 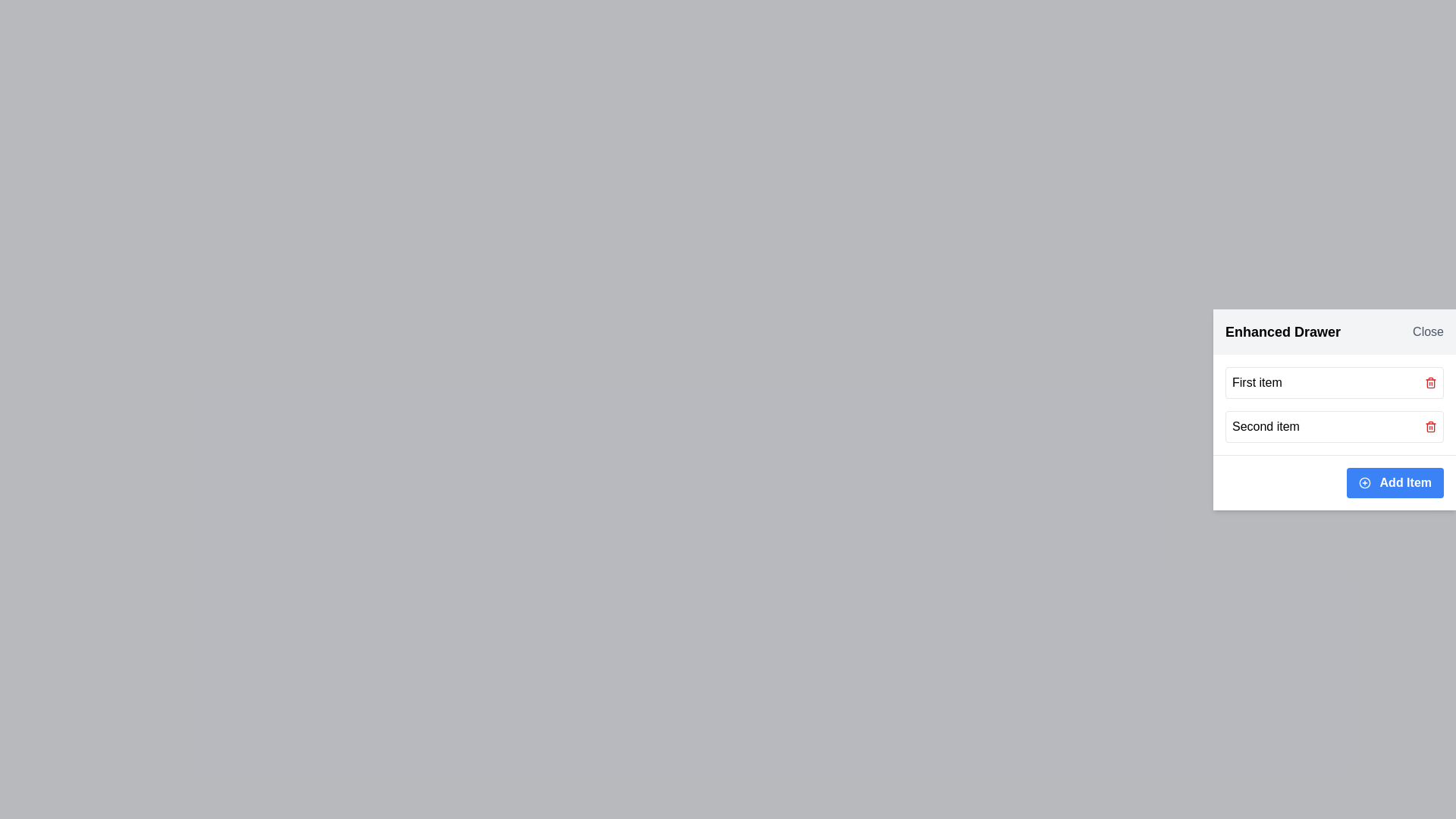 I want to click on the text label displaying 'Second item' in the Enhanced Drawer panel, which is styled in bold black font and is positioned directly beneath the 'First item', so click(x=1266, y=426).